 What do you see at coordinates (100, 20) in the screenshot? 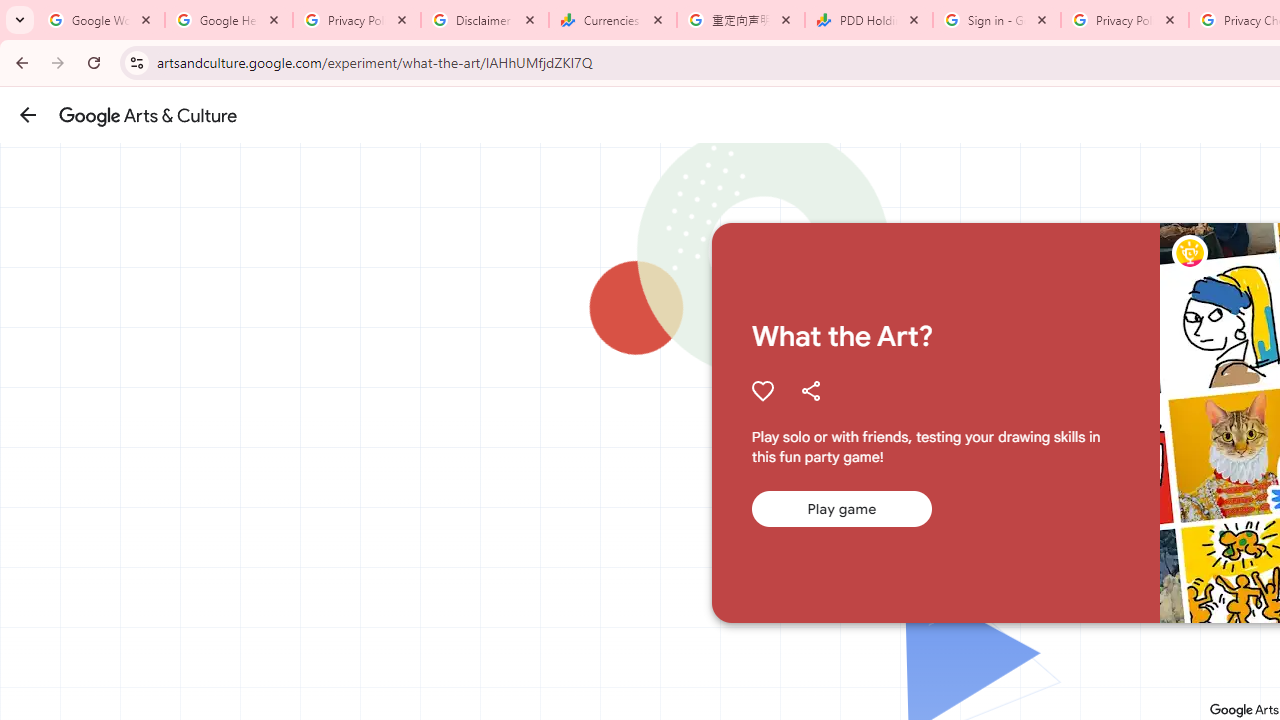
I see `'Google Workspace Admin Community'` at bounding box center [100, 20].